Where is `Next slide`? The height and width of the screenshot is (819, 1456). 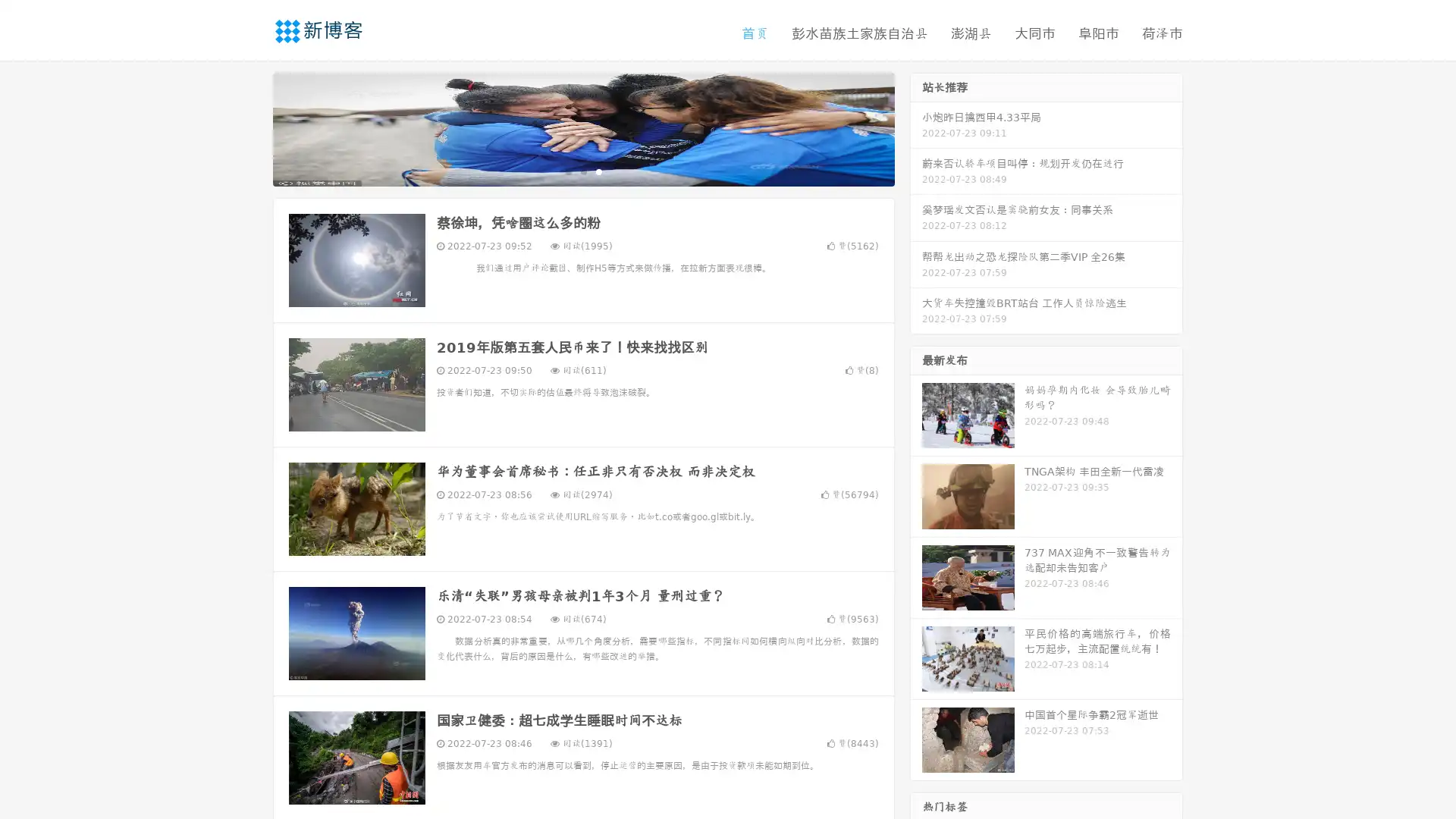
Next slide is located at coordinates (916, 127).